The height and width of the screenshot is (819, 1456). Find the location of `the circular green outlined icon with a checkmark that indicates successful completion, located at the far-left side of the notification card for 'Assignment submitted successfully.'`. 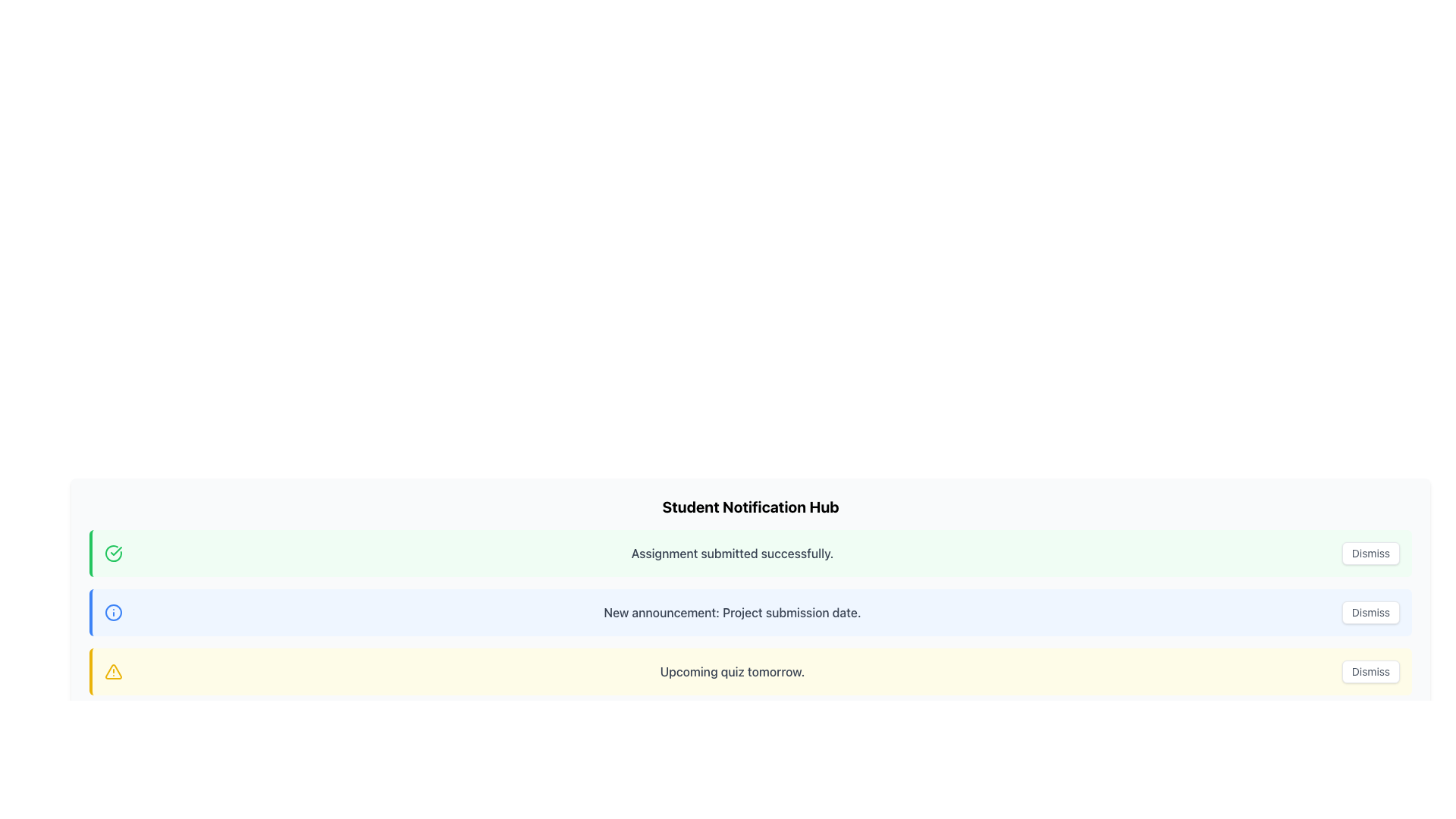

the circular green outlined icon with a checkmark that indicates successful completion, located at the far-left side of the notification card for 'Assignment submitted successfully.' is located at coordinates (112, 553).